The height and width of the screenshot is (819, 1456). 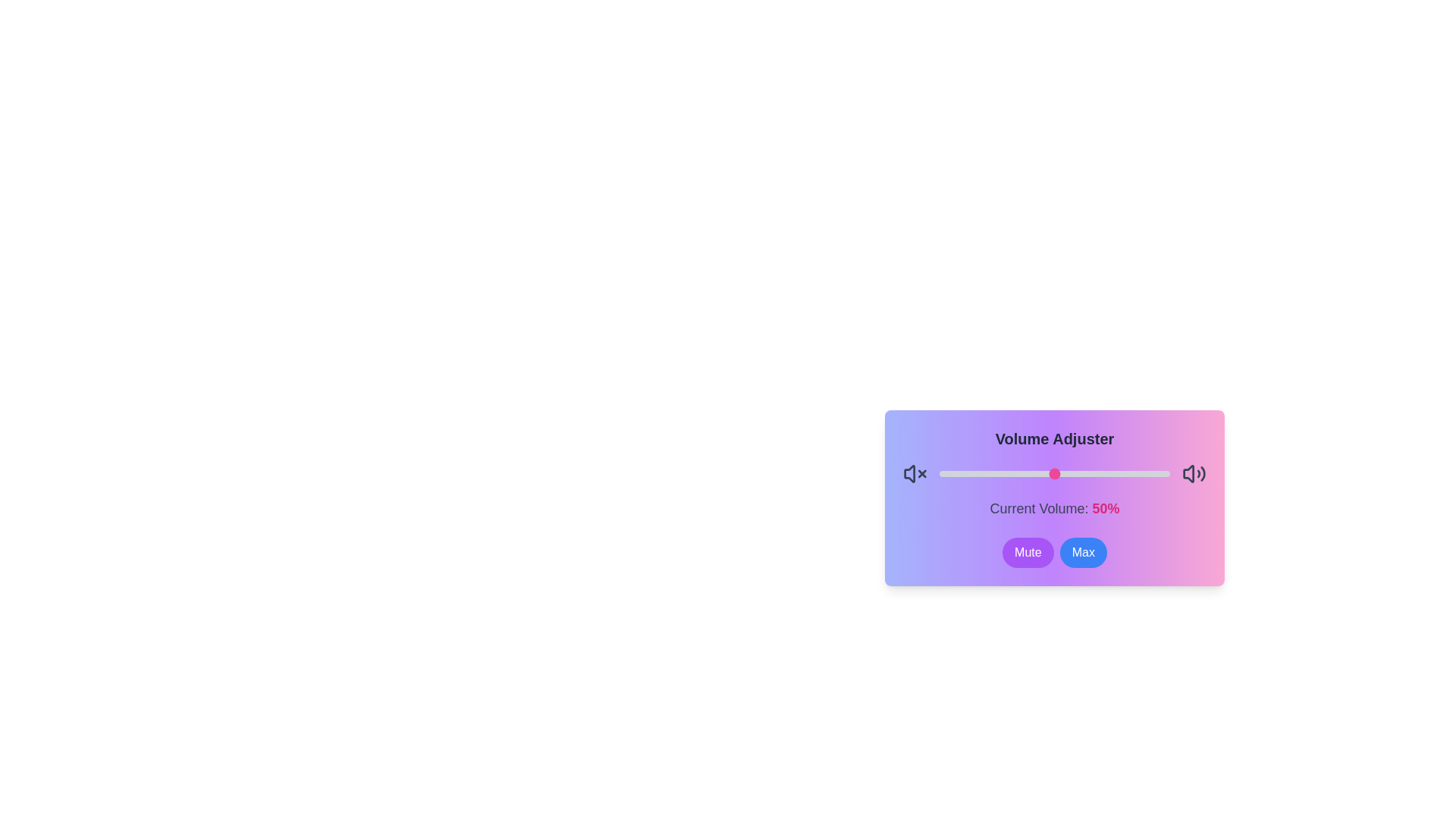 I want to click on the volume to 43 percent by dragging the slider, so click(x=1037, y=472).